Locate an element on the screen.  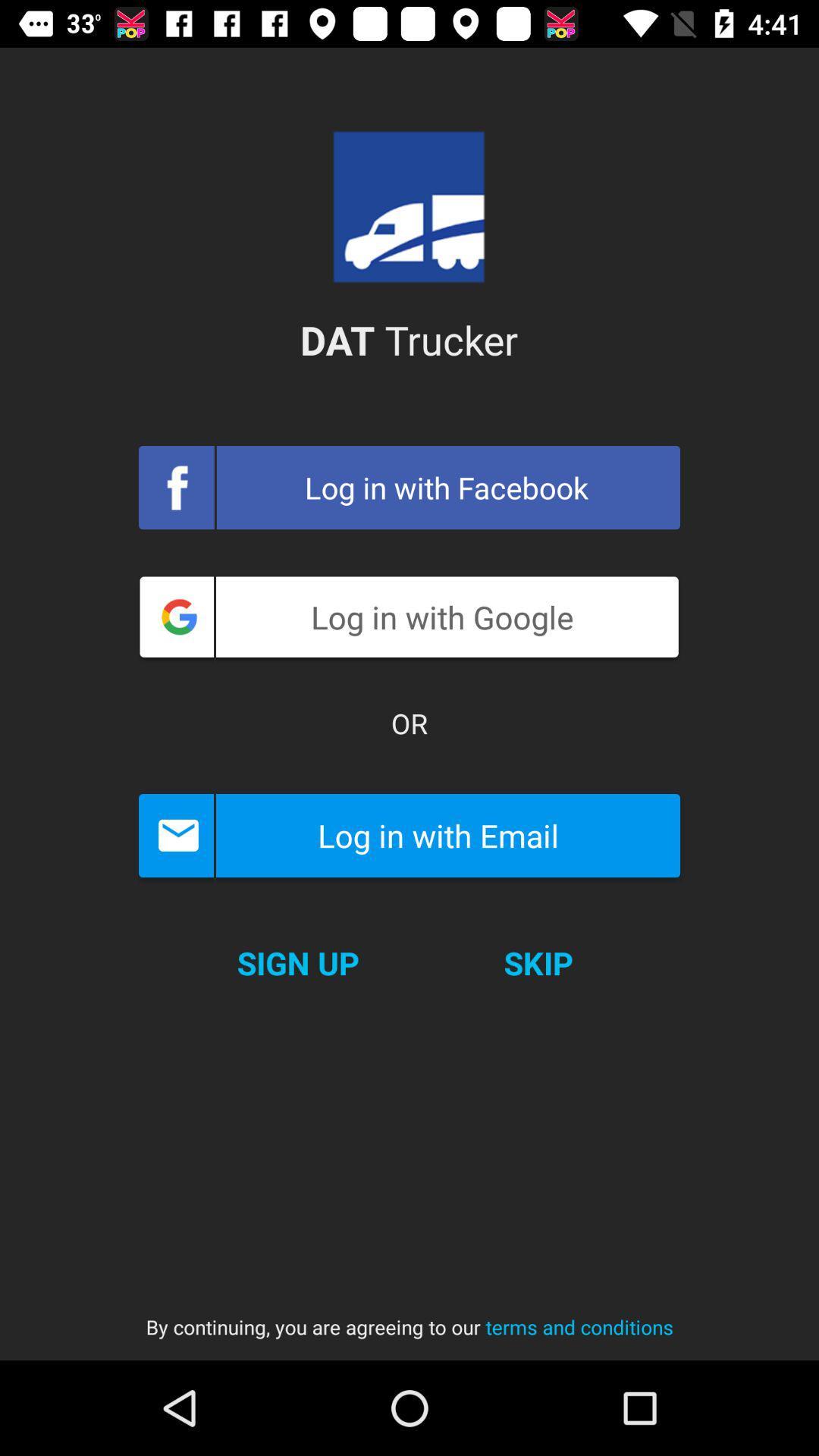
item to the right of sign up icon is located at coordinates (538, 962).